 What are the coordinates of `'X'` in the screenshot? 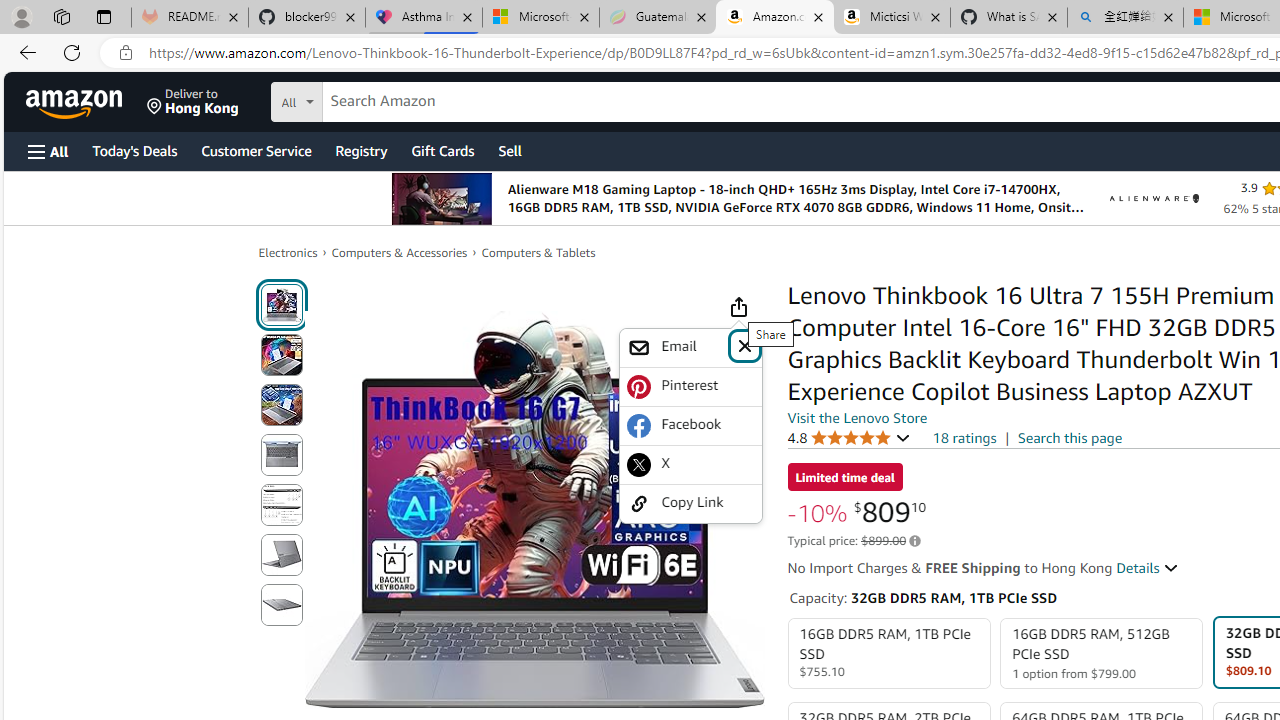 It's located at (690, 465).